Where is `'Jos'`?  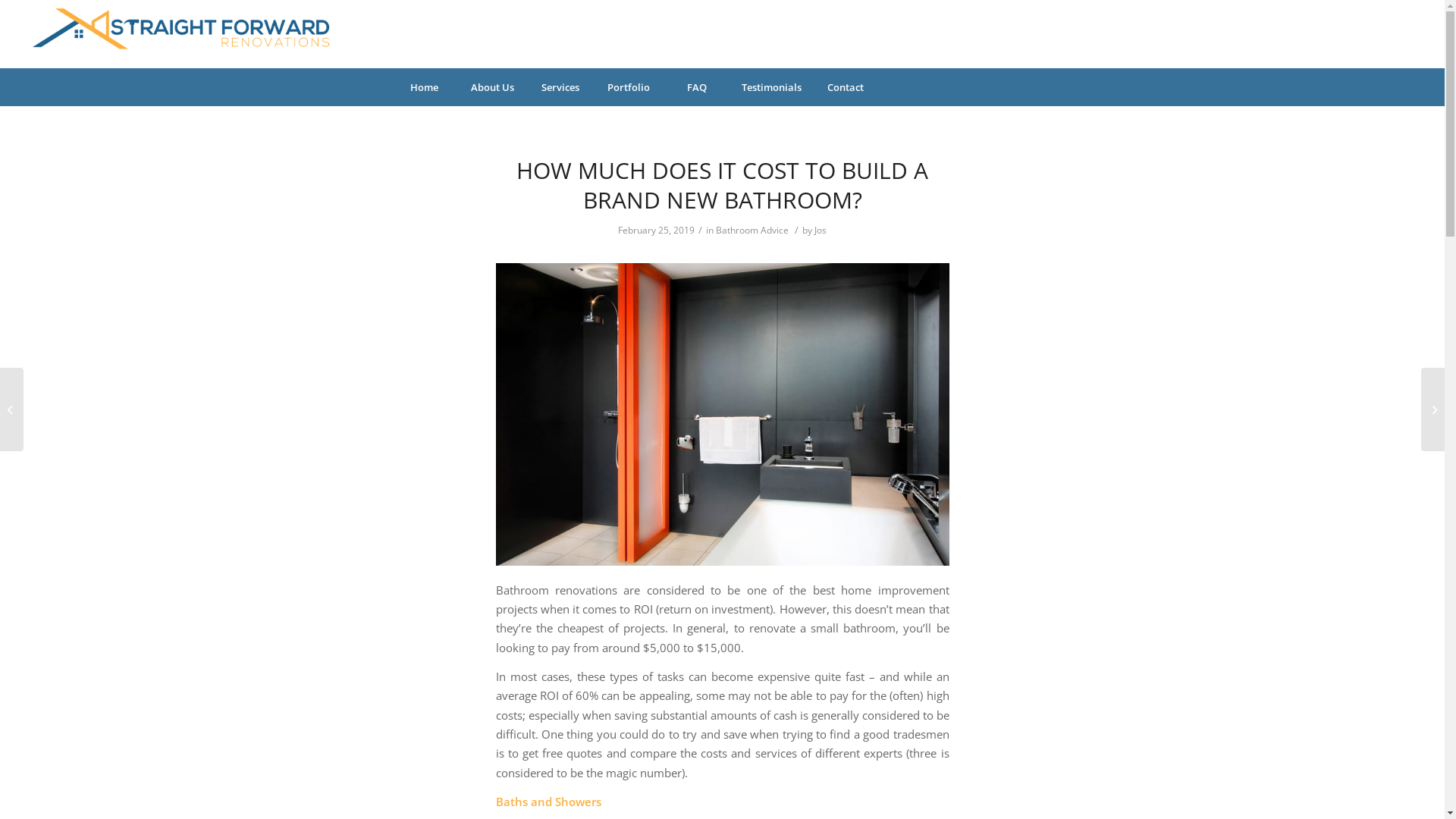
'Jos' is located at coordinates (819, 230).